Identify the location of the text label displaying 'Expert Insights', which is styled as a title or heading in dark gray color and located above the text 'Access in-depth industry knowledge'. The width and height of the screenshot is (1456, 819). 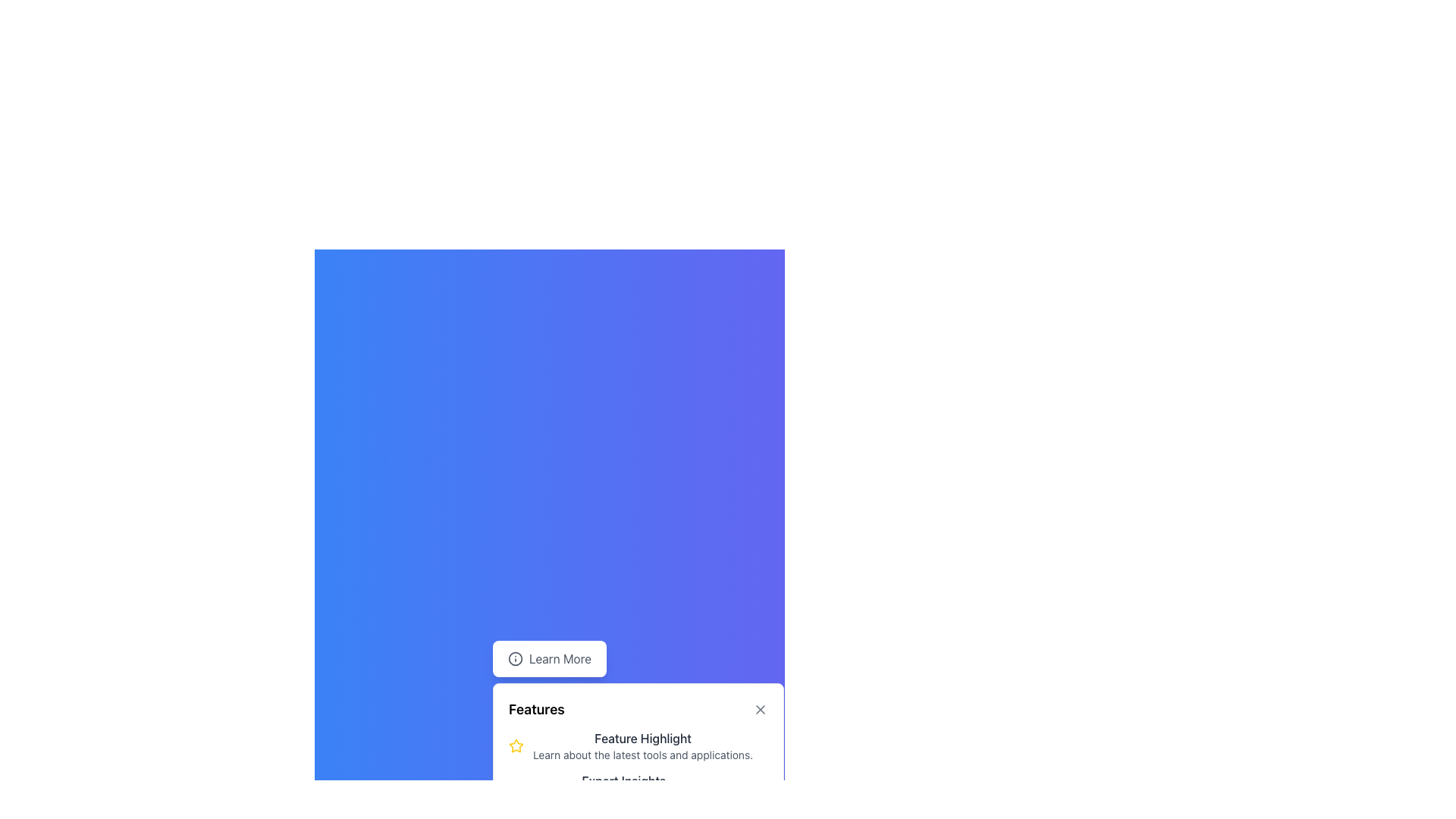
(623, 780).